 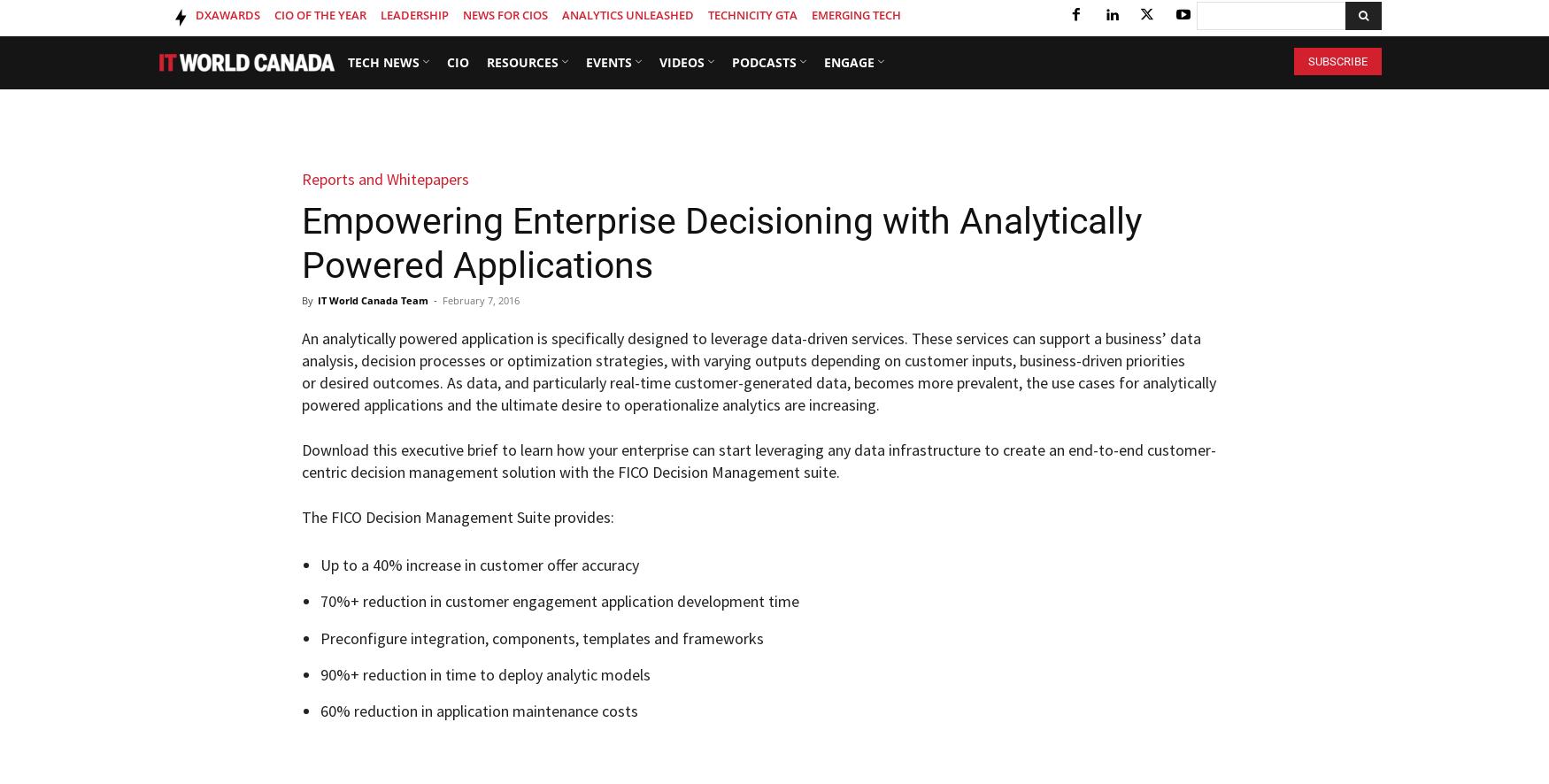 I want to click on 'Tech News', so click(x=382, y=61).